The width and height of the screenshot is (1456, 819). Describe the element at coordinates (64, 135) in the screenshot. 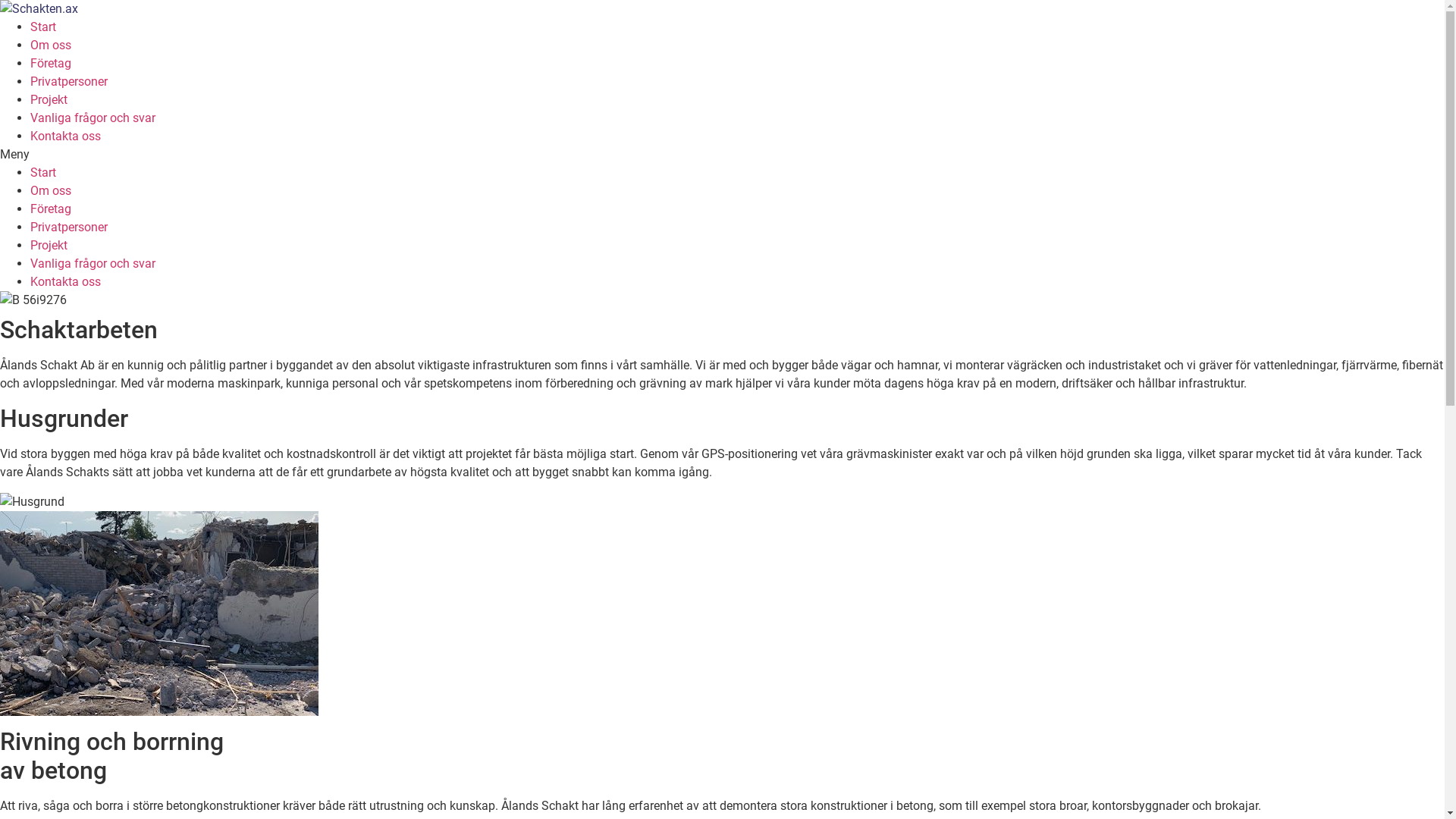

I see `'Kontakta oss'` at that location.